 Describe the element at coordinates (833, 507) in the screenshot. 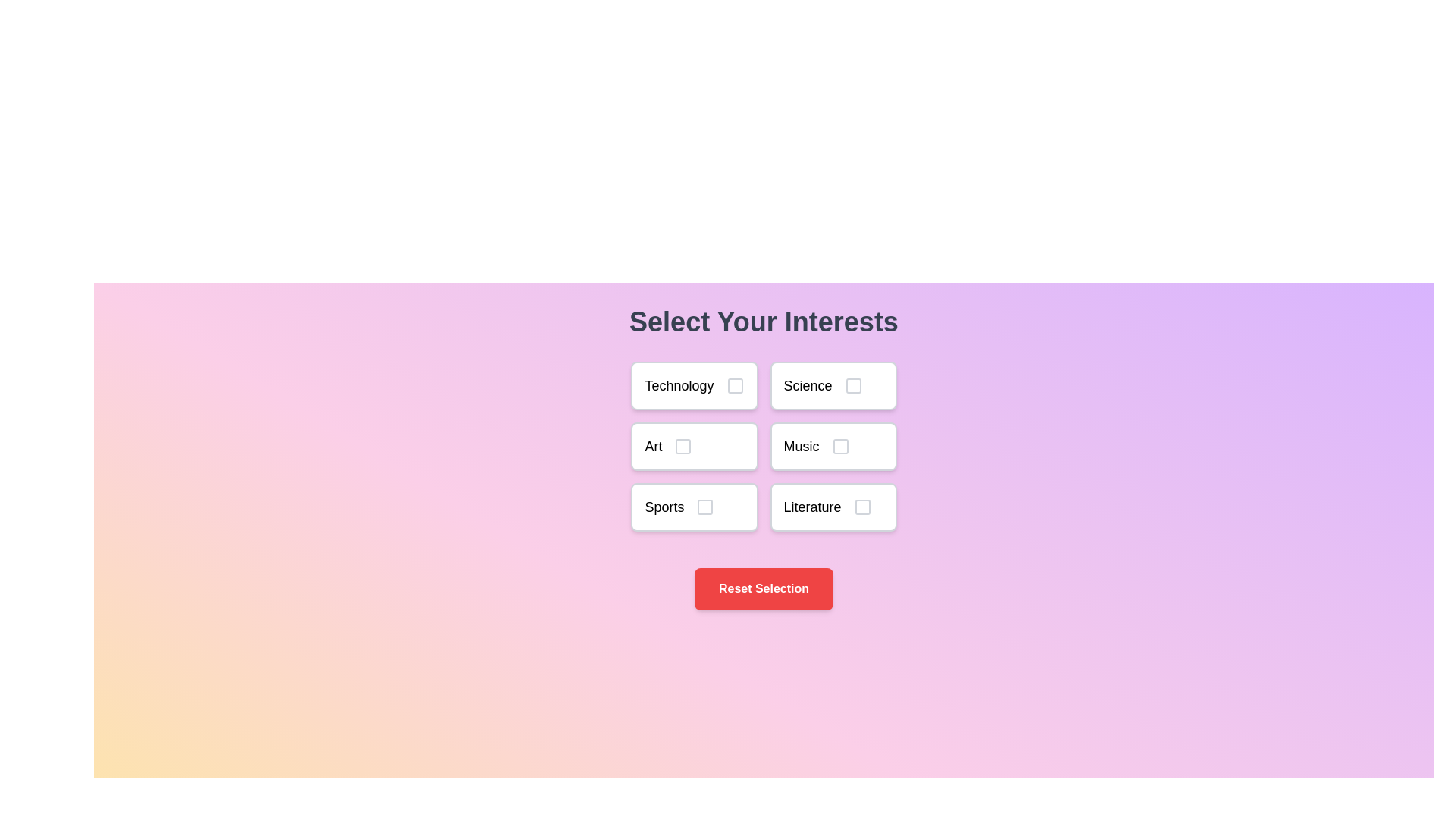

I see `the topic Literature` at that location.